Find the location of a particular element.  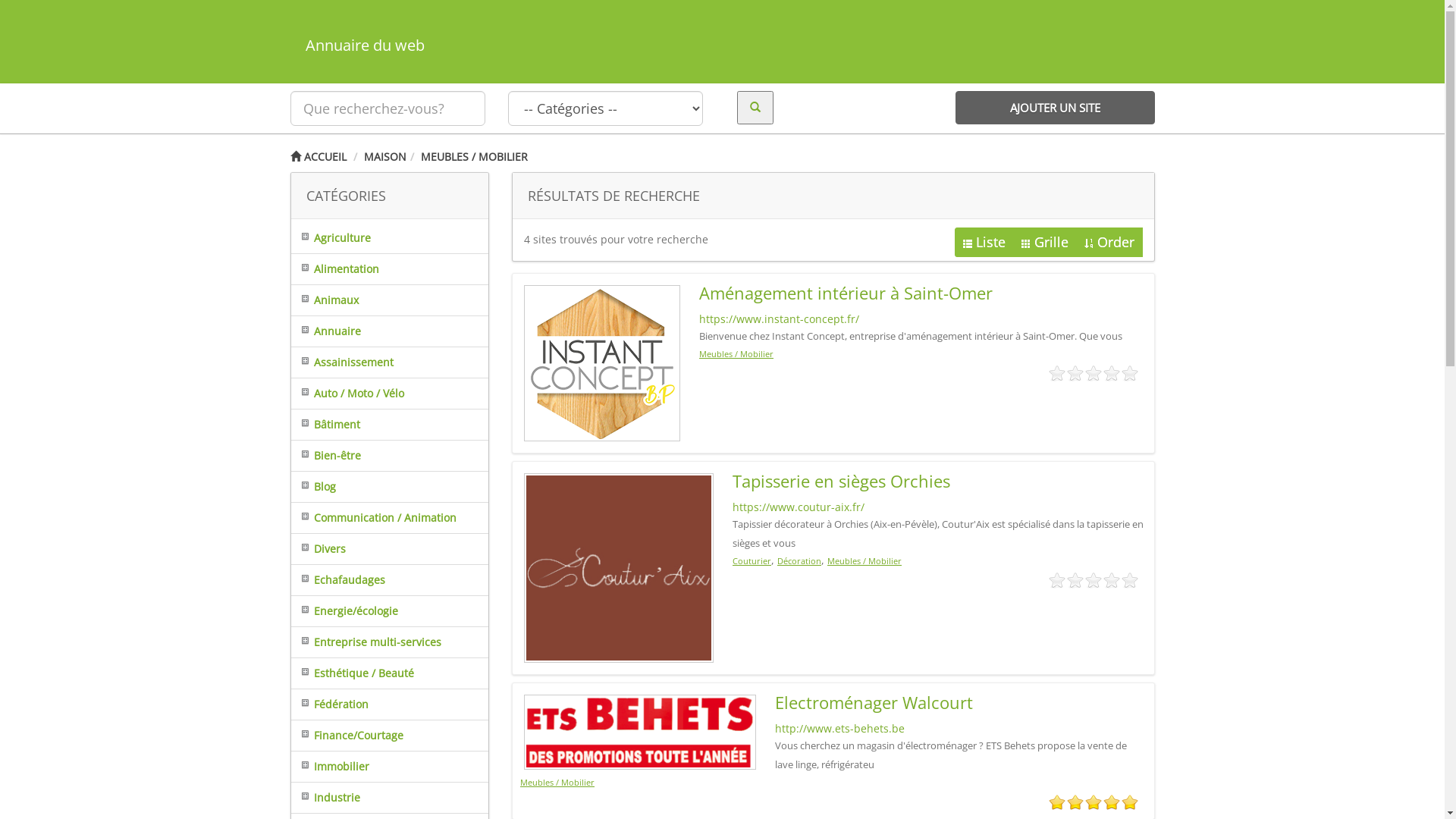

'Assainissement' is located at coordinates (341, 362).